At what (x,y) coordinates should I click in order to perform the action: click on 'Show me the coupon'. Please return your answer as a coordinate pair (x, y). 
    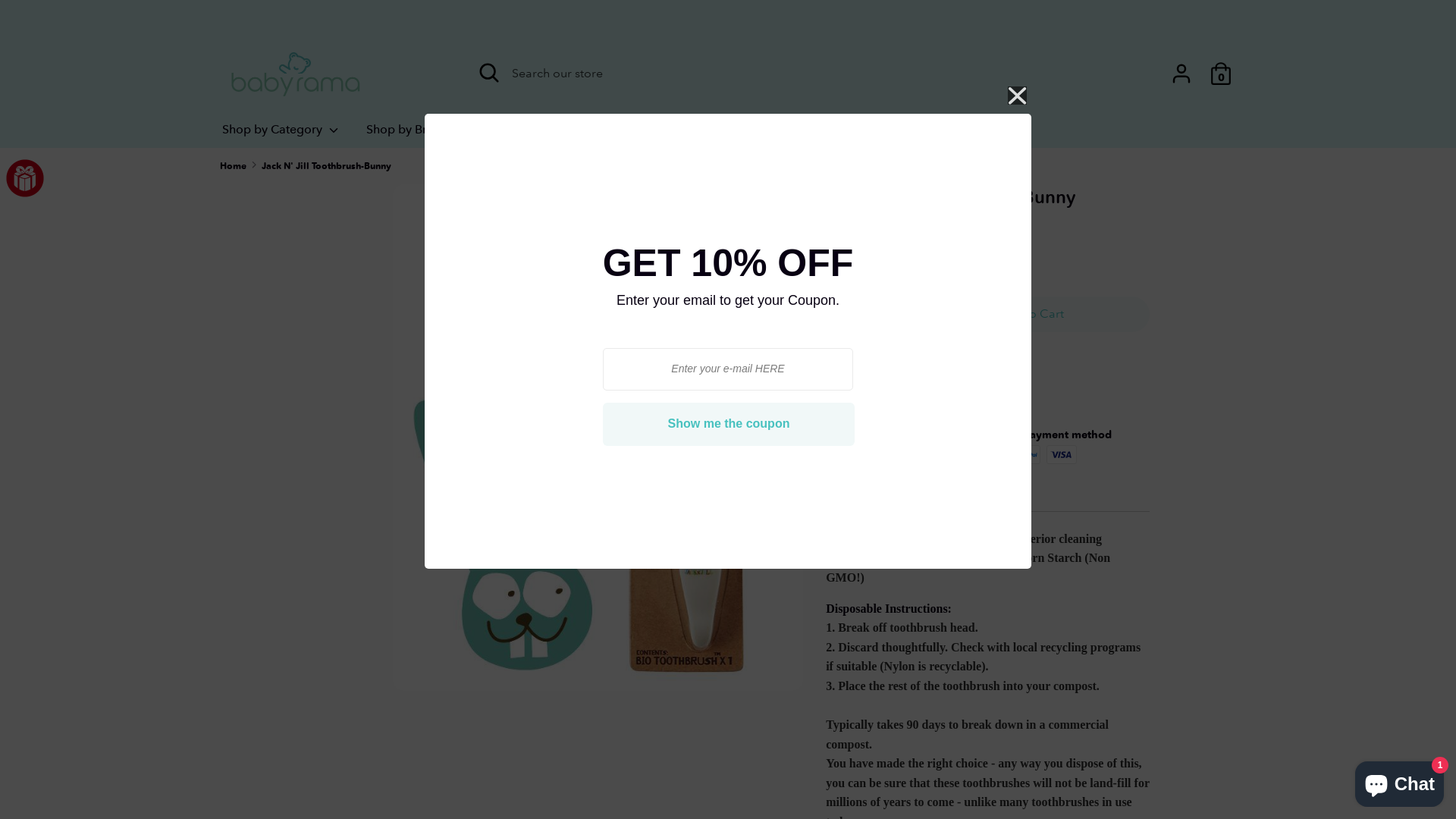
    Looking at the image, I should click on (729, 424).